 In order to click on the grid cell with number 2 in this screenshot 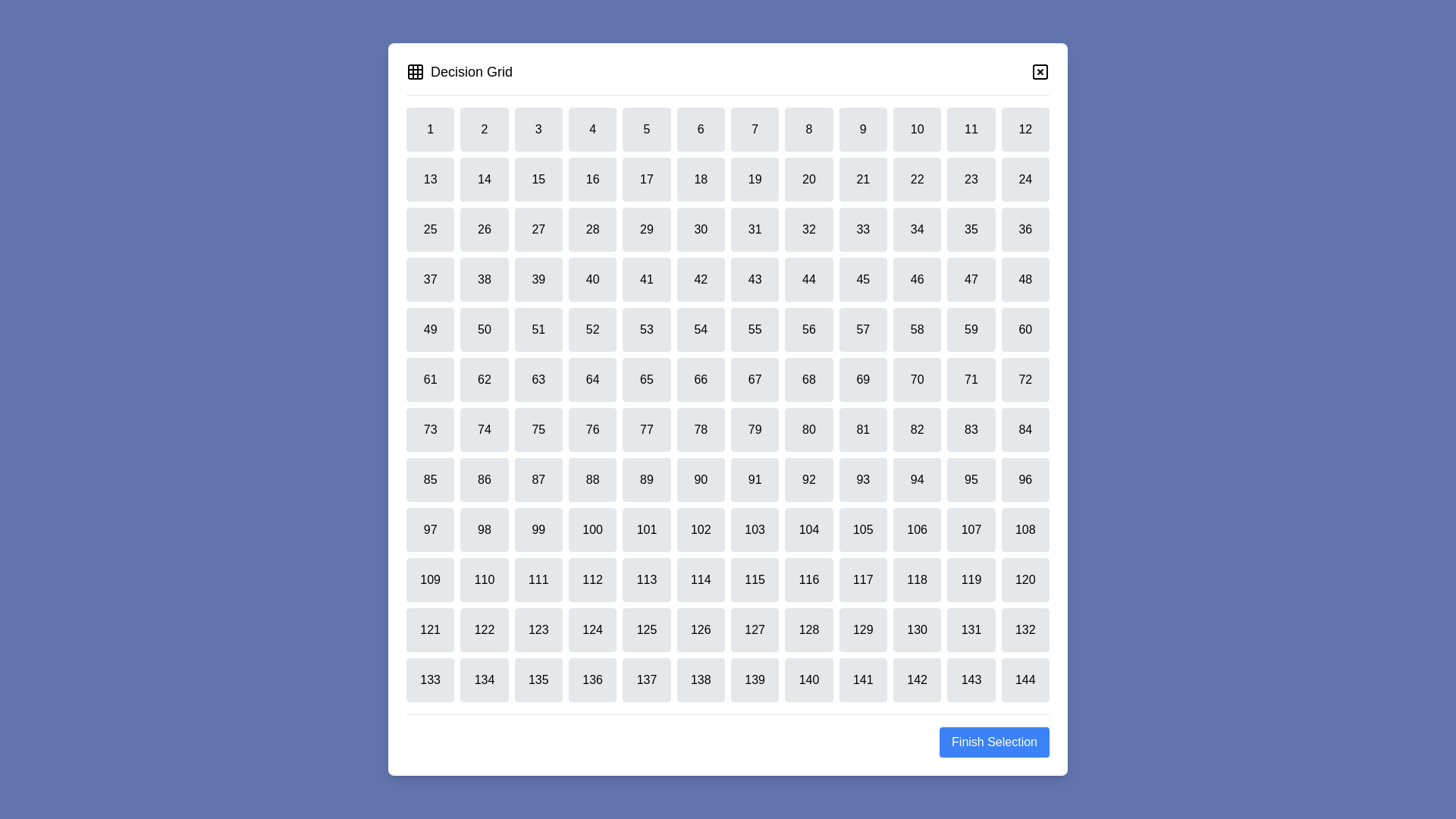, I will do `click(483, 128)`.